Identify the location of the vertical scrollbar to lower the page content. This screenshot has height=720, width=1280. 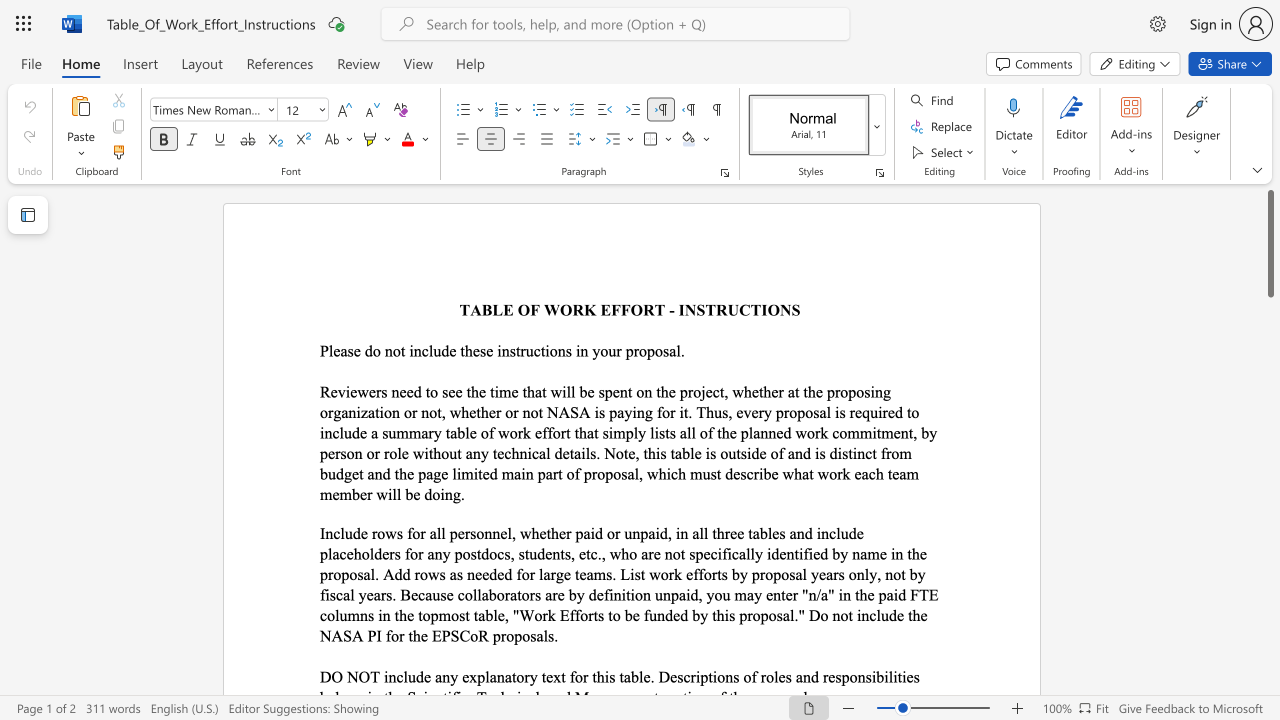
(1269, 550).